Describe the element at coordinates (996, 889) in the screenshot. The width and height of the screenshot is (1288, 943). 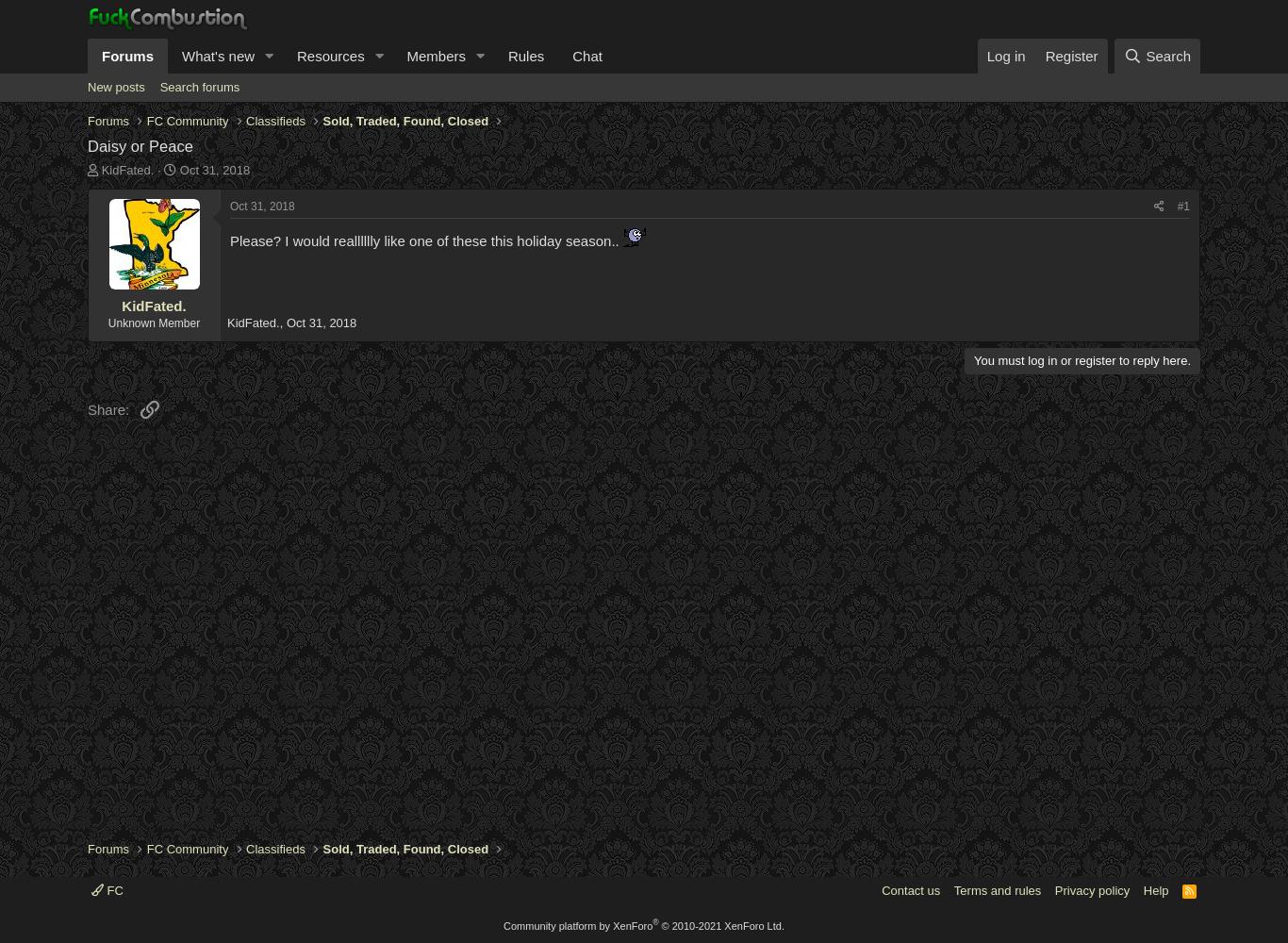
I see `'Terms and rules'` at that location.